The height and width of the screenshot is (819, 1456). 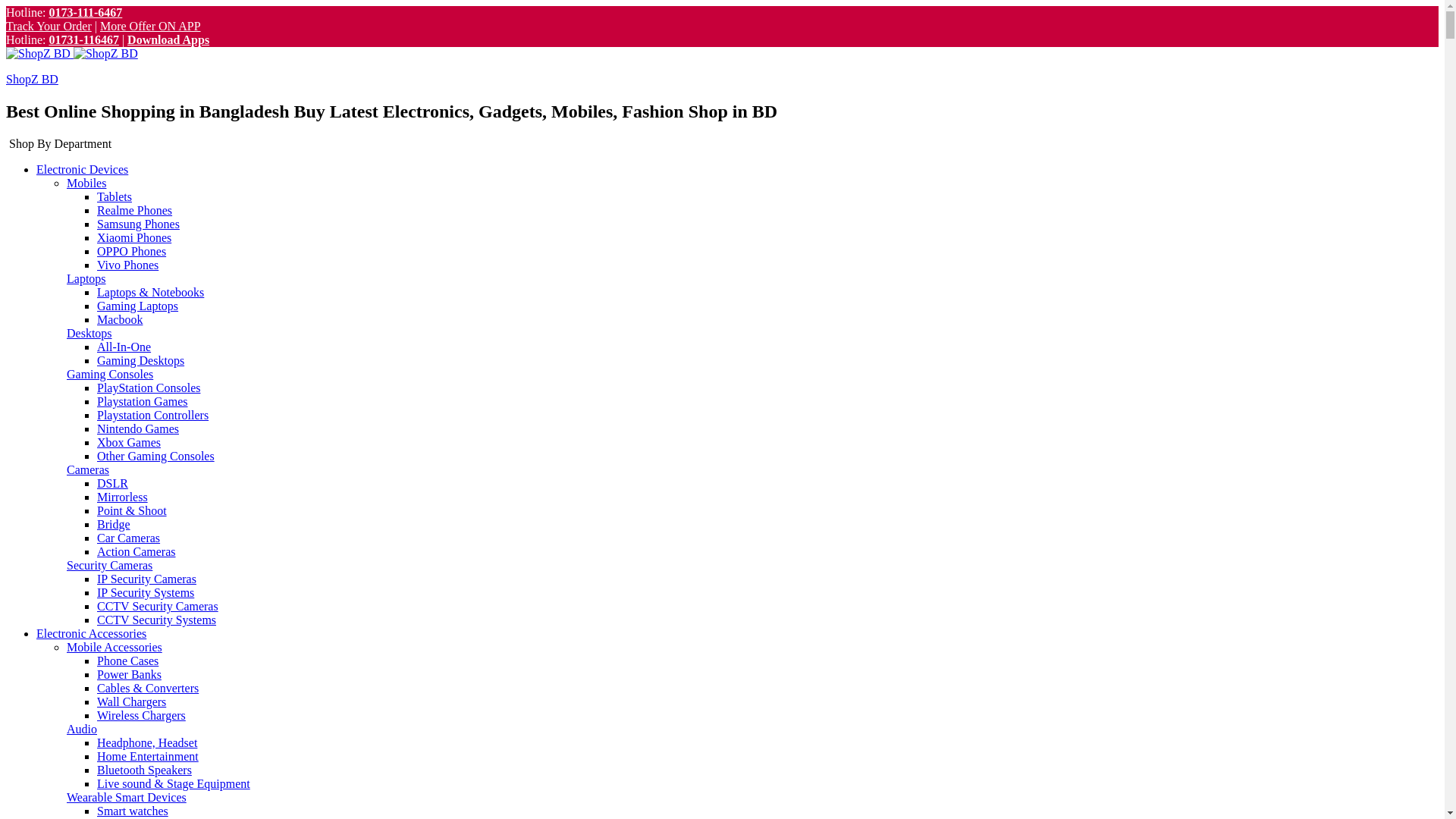 What do you see at coordinates (150, 292) in the screenshot?
I see `'Laptops & Notebooks'` at bounding box center [150, 292].